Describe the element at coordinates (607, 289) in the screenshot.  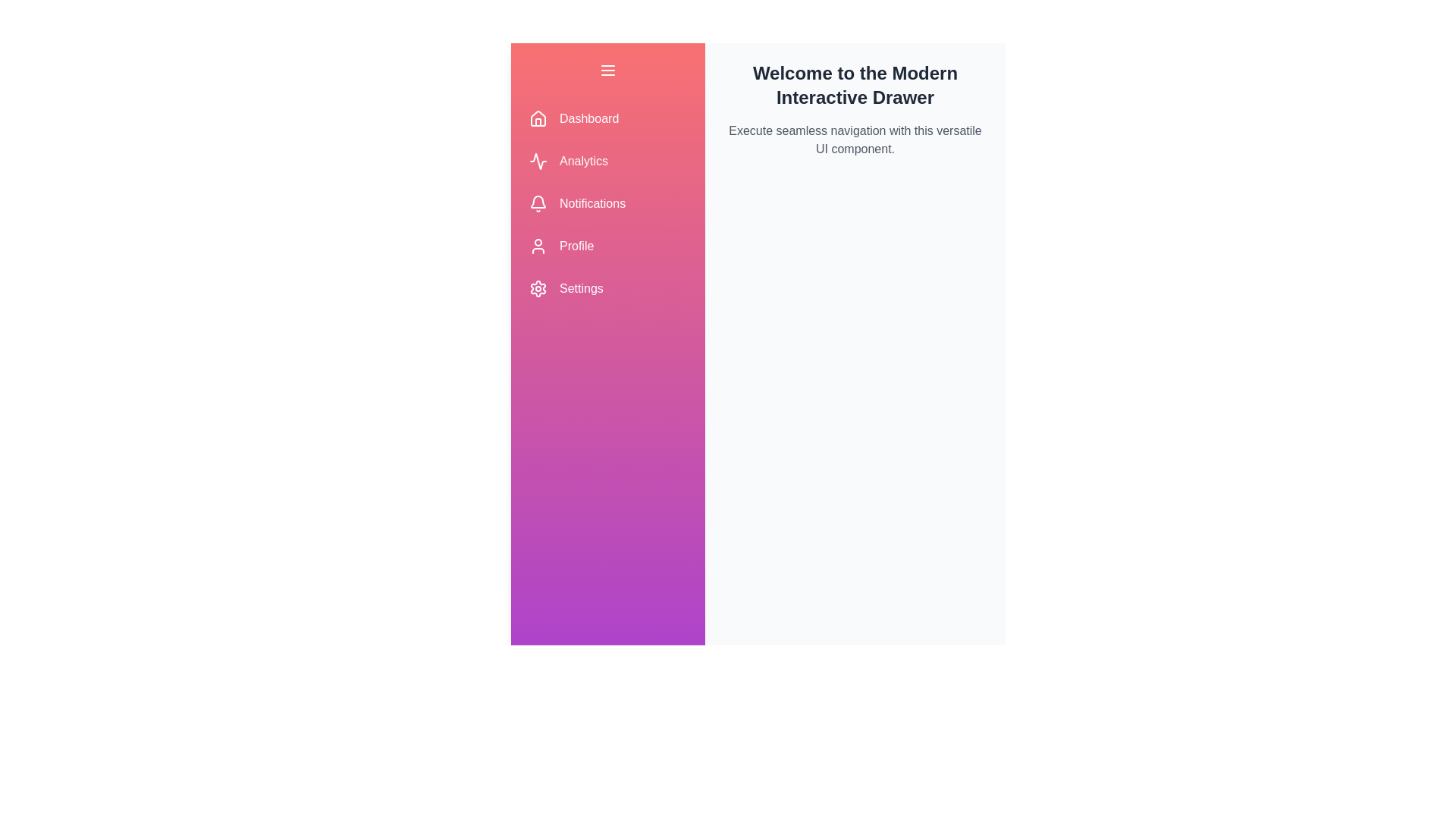
I see `the navigation item labeled Settings` at that location.